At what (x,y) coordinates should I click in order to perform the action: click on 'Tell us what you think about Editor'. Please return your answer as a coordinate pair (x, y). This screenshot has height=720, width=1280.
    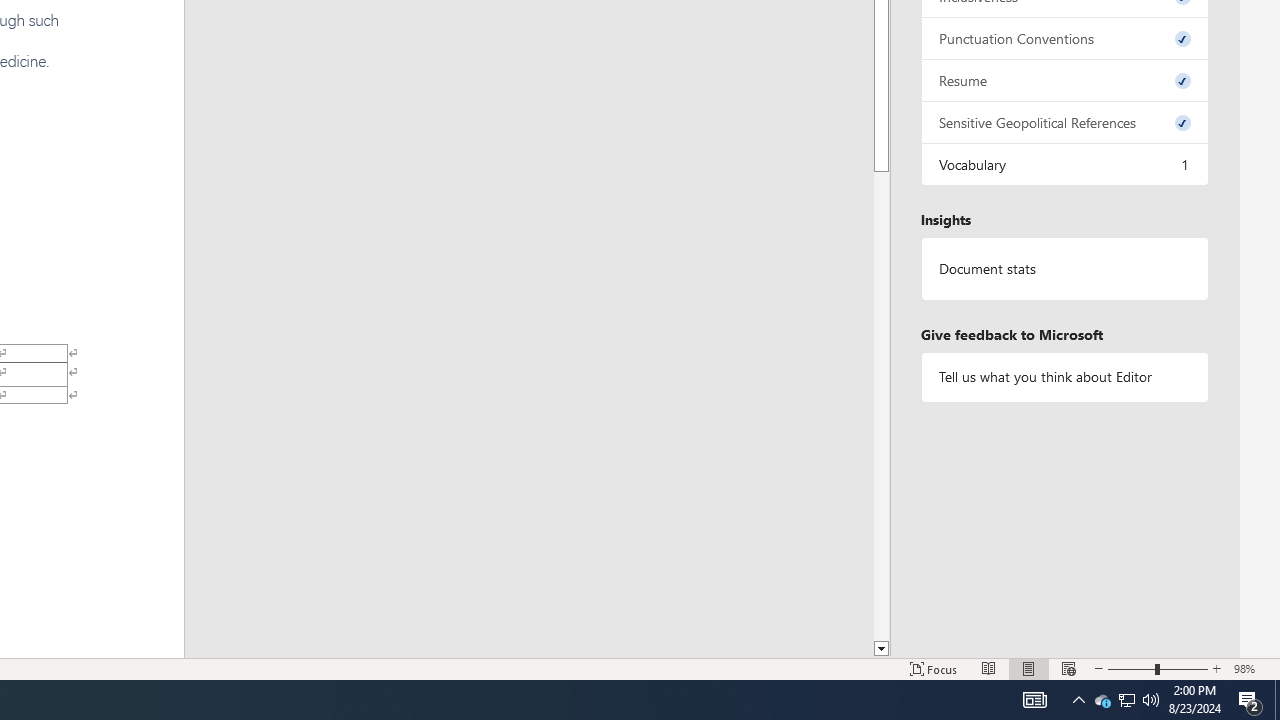
    Looking at the image, I should click on (1063, 377).